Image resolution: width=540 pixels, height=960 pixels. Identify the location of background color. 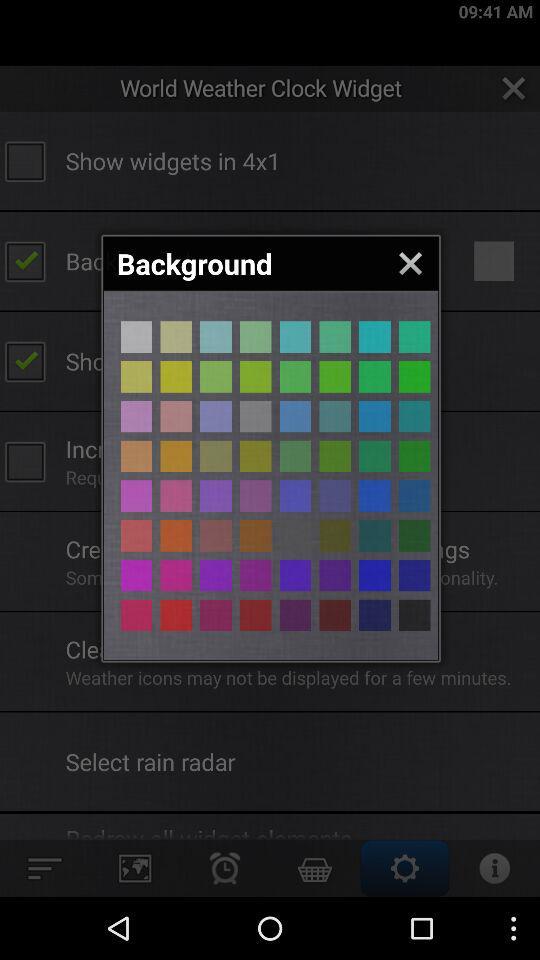
(413, 337).